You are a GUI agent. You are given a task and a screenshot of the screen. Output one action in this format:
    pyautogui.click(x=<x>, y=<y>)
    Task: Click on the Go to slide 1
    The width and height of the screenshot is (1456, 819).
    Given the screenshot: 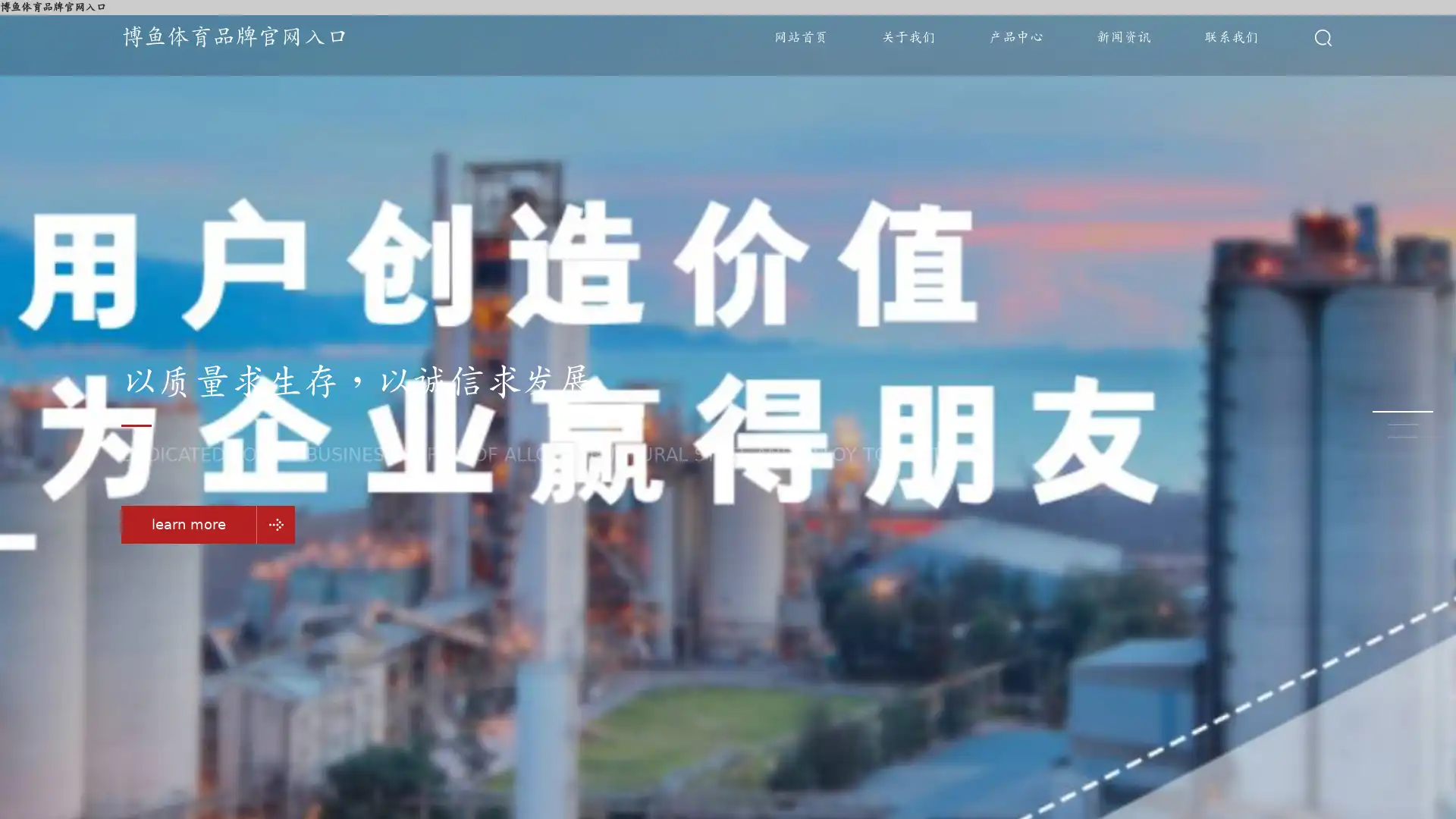 What is the action you would take?
    pyautogui.click(x=1401, y=412)
    